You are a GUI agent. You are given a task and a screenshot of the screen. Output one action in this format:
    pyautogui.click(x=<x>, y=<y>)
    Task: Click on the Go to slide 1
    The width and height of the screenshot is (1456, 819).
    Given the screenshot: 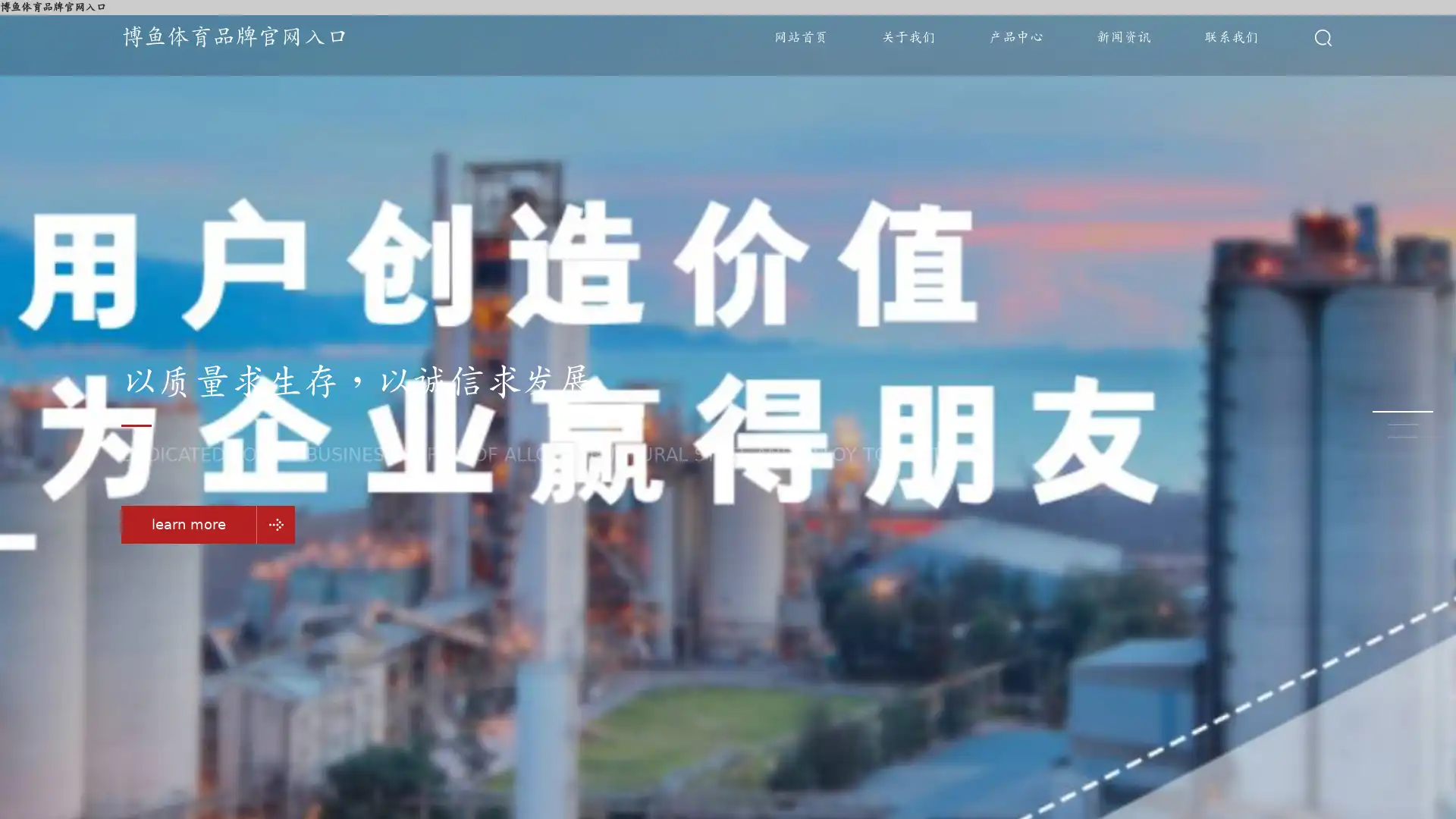 What is the action you would take?
    pyautogui.click(x=1401, y=412)
    